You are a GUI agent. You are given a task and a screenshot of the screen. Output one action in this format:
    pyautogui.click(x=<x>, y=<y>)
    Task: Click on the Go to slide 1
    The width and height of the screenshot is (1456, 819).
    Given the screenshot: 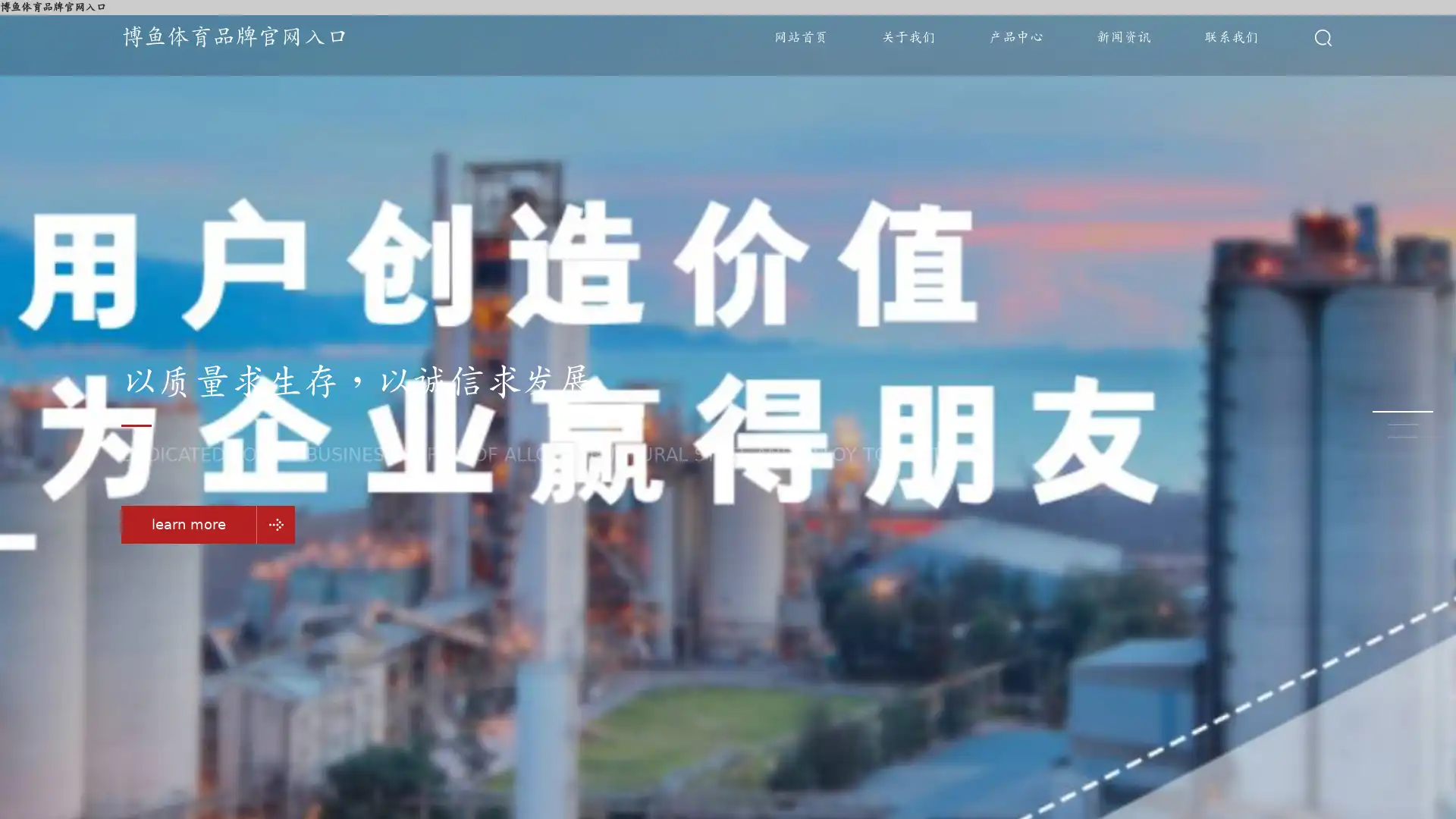 What is the action you would take?
    pyautogui.click(x=1401, y=412)
    